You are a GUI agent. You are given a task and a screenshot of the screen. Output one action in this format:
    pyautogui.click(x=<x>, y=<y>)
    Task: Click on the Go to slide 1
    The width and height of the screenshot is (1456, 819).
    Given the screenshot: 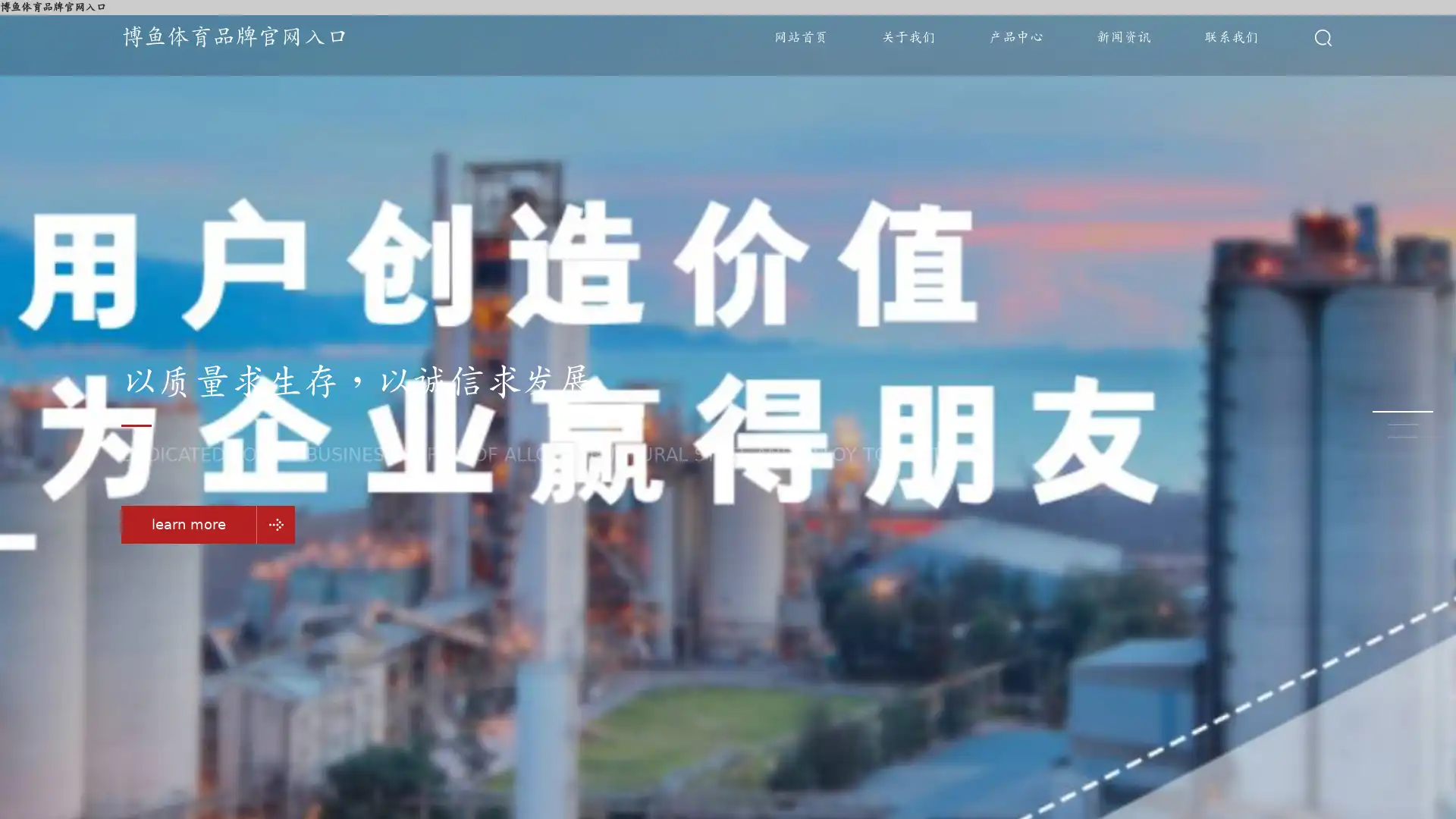 What is the action you would take?
    pyautogui.click(x=1401, y=412)
    